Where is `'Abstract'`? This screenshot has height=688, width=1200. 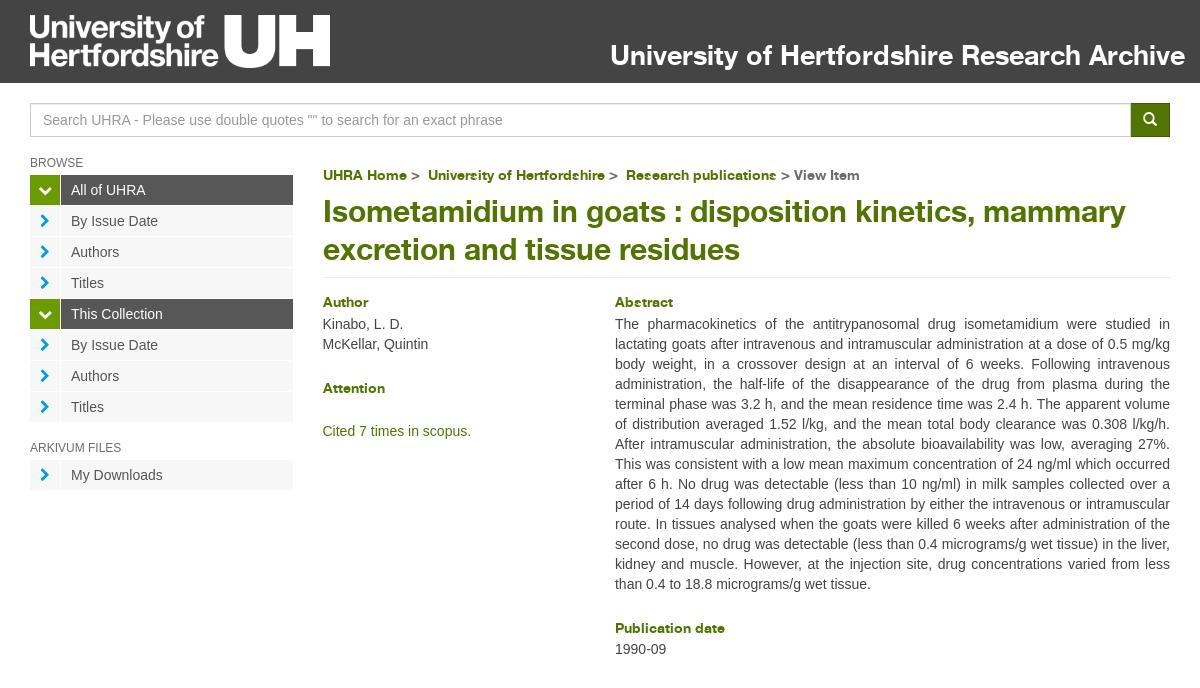 'Abstract' is located at coordinates (614, 301).